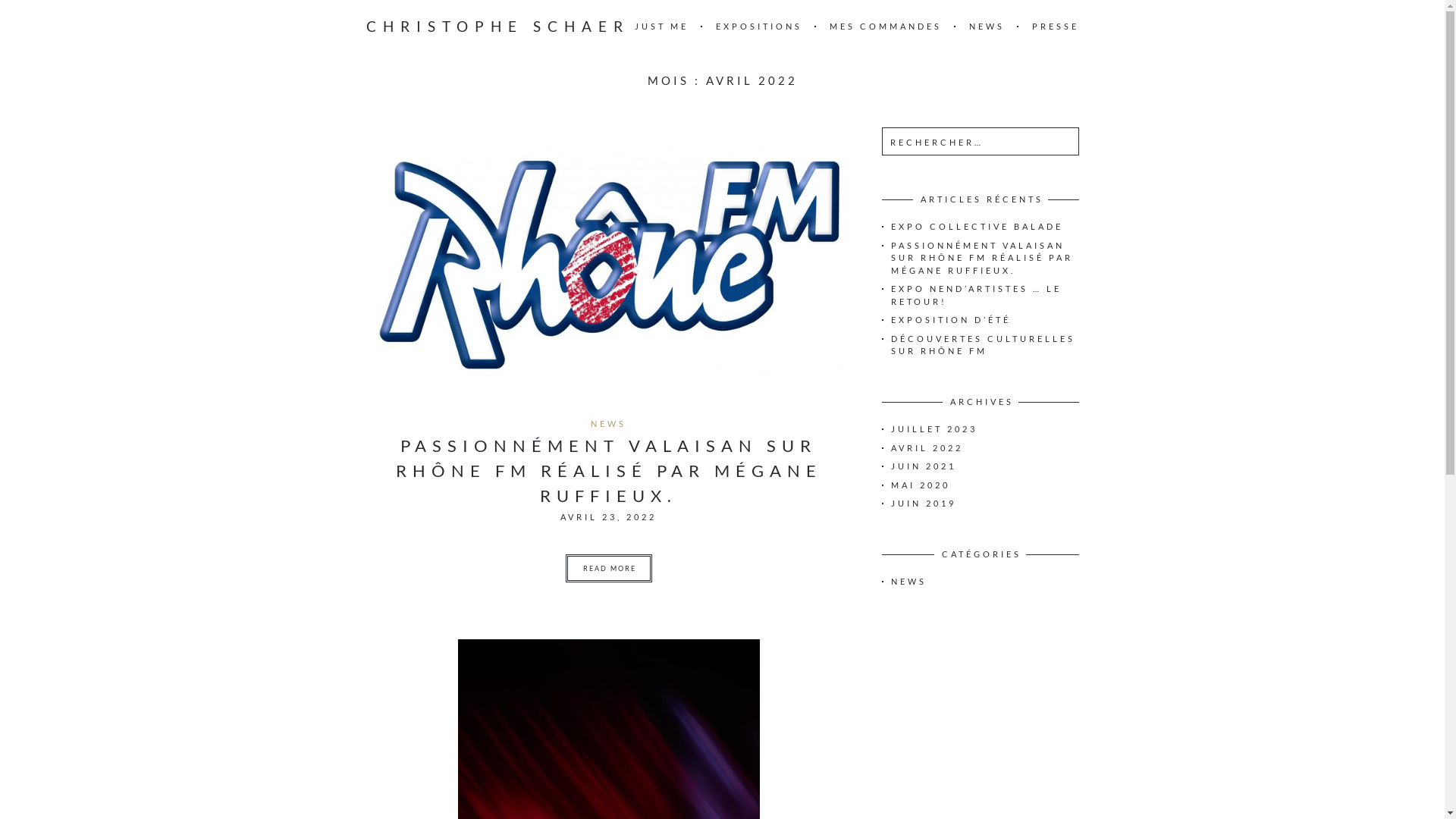 The height and width of the screenshot is (819, 1456). I want to click on 'JUST ME', so click(661, 26).